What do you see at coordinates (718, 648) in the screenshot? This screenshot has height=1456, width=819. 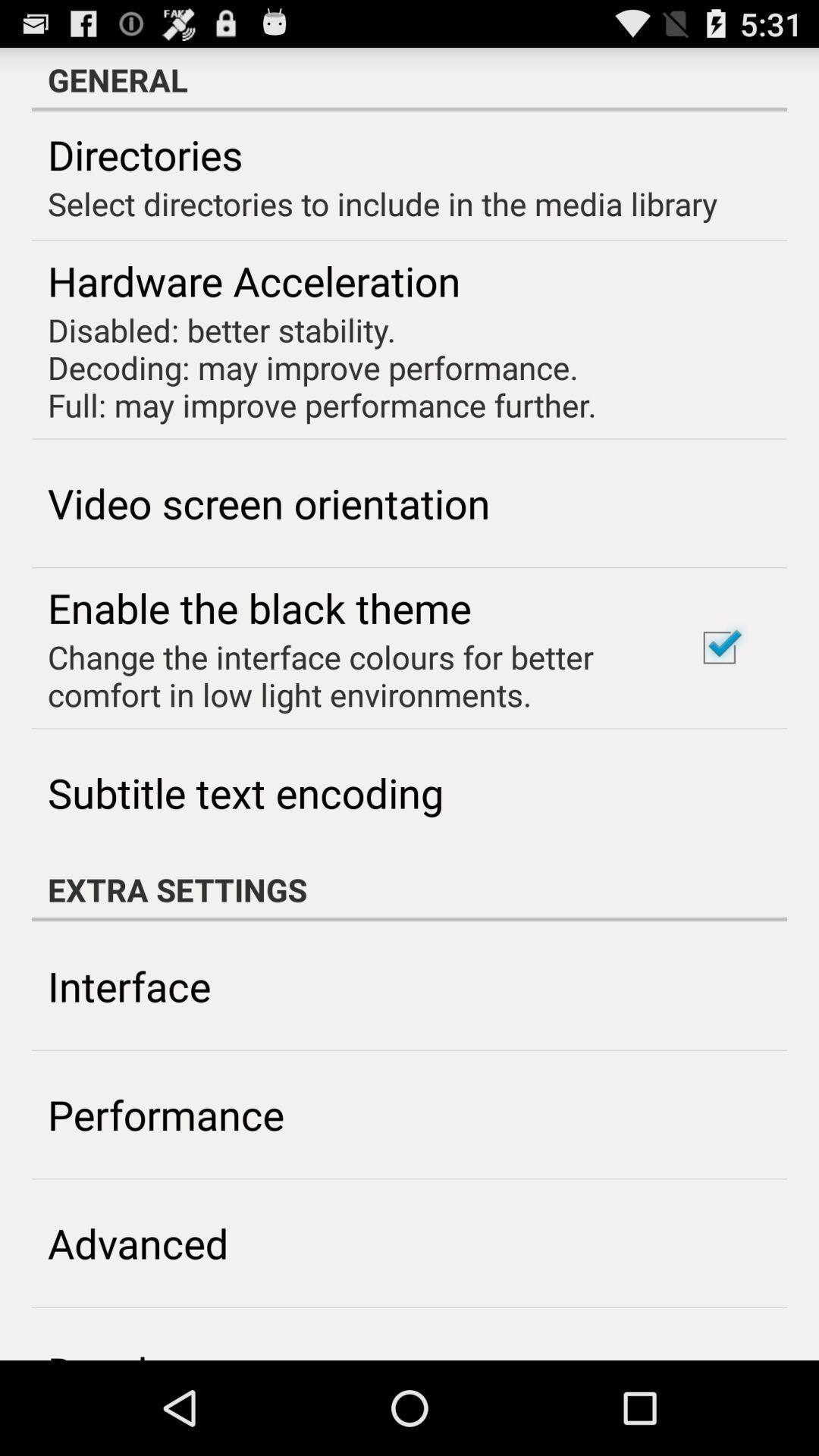 I see `the icon next to change the interface app` at bounding box center [718, 648].